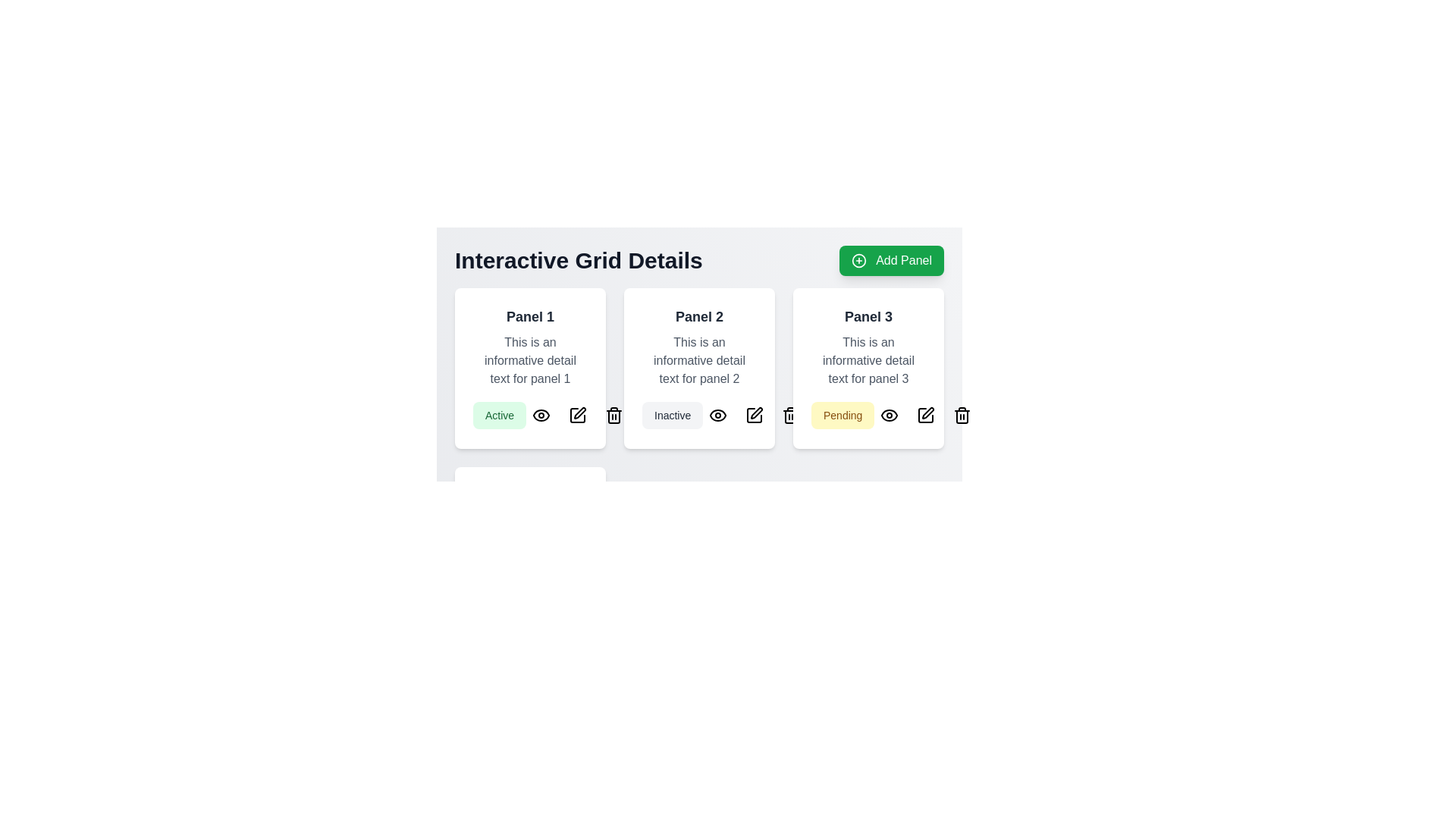  Describe the element at coordinates (599, 593) in the screenshot. I see `the edit button located below 'Panel 3', which is the middle button in a group of three buttons aligned horizontally, to provide visual feedback` at that location.